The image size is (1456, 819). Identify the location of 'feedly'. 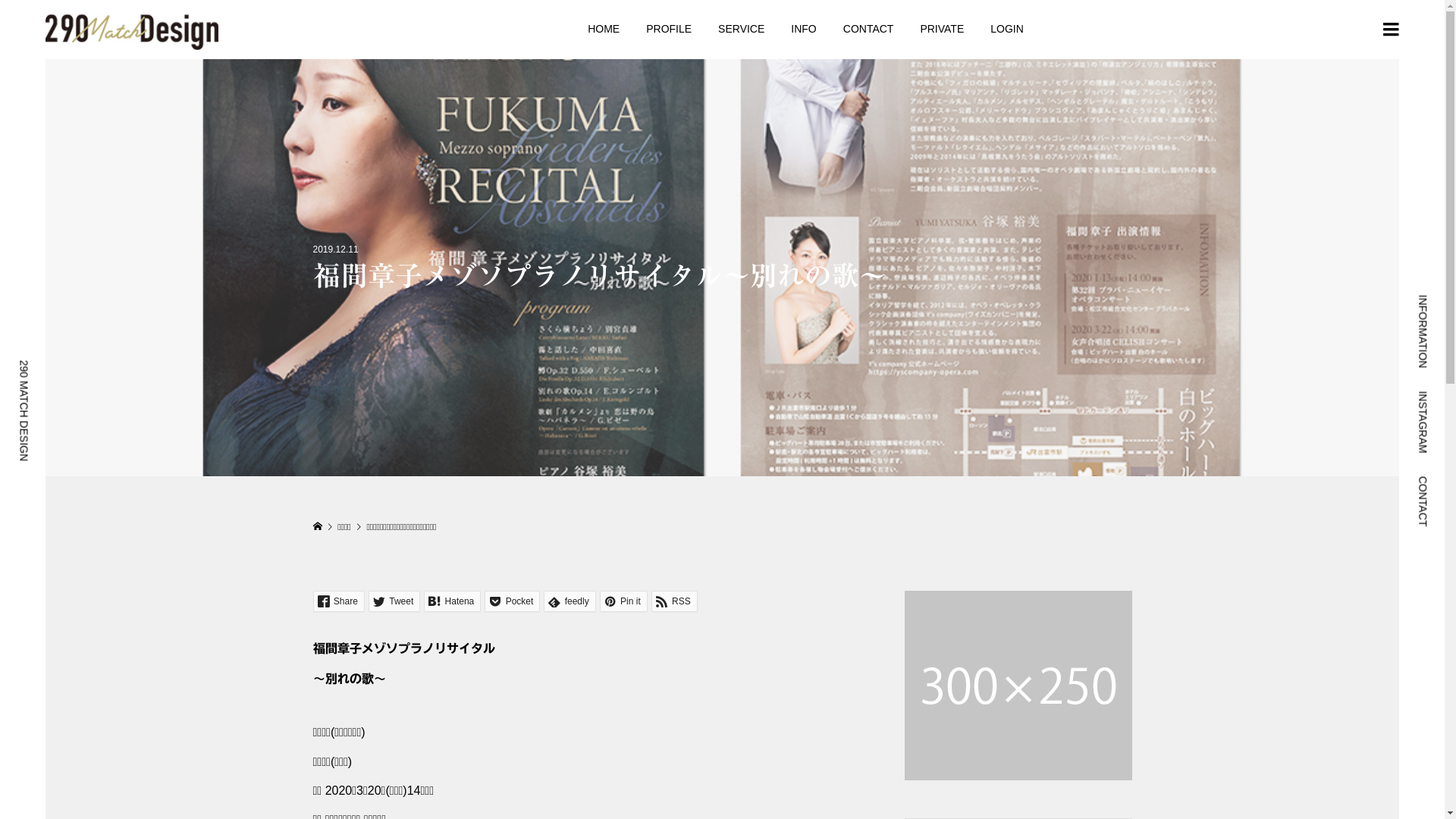
(568, 601).